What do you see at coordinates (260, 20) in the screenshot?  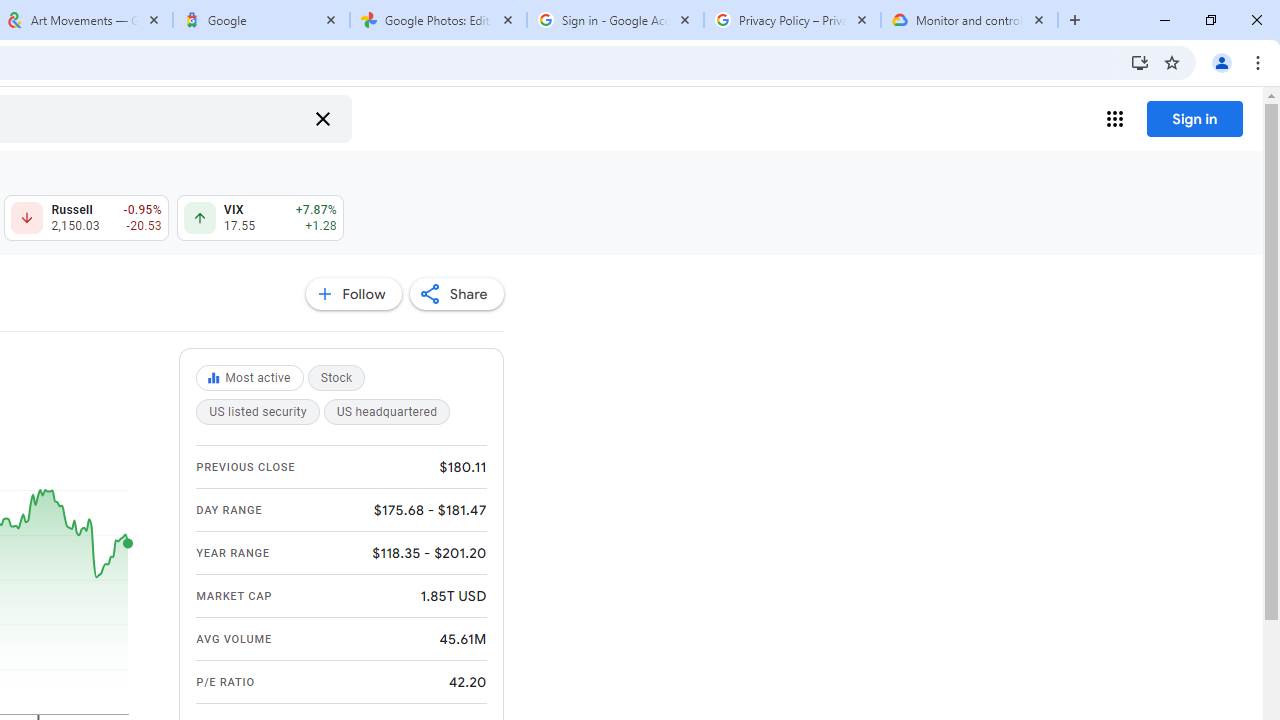 I see `'Google'` at bounding box center [260, 20].